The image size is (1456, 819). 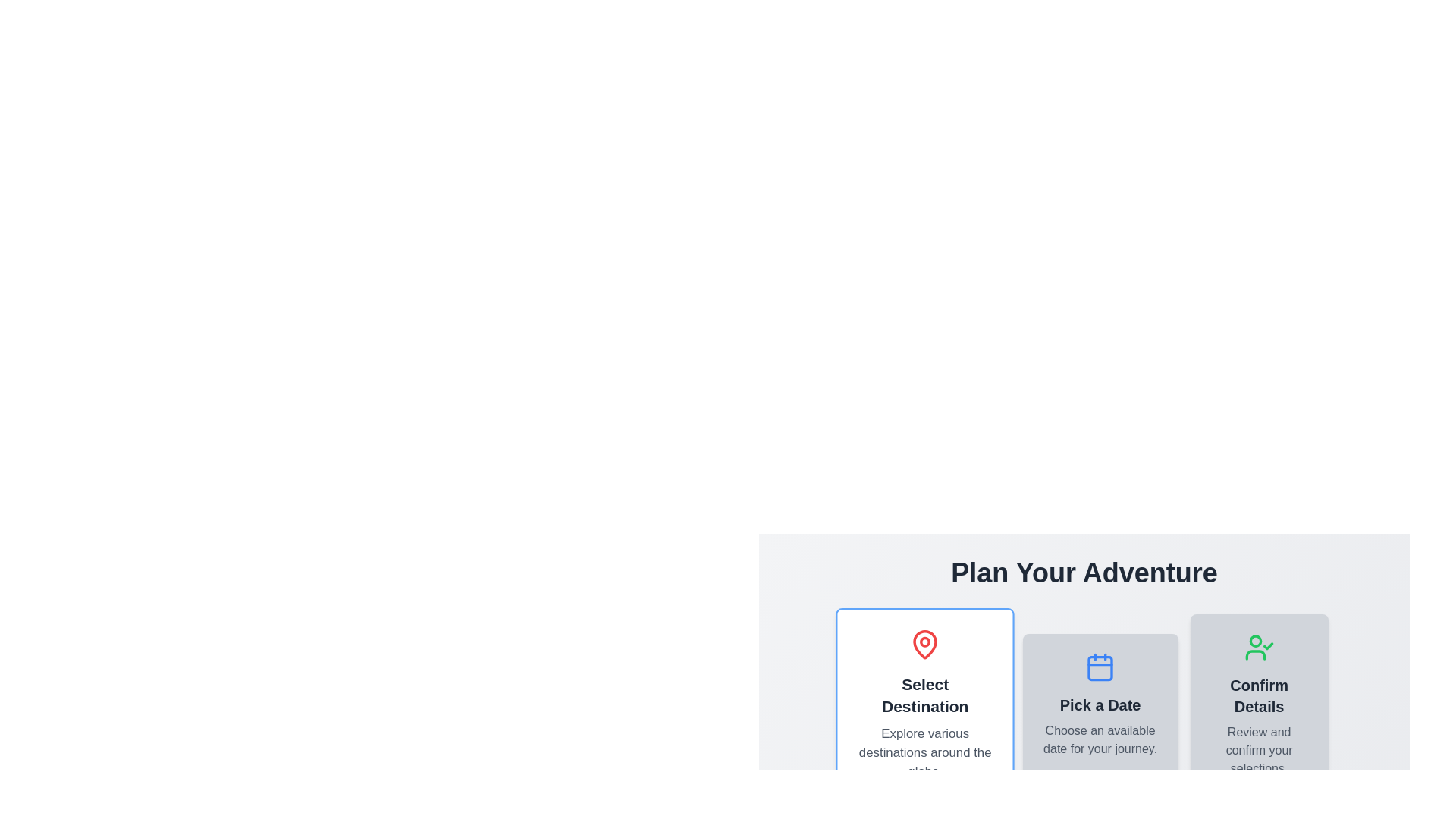 What do you see at coordinates (924, 645) in the screenshot?
I see `the icon that symbolizes selecting a geographical location, located at the top of the 'Select Destination' card on the left side of the horizontally arranged cards` at bounding box center [924, 645].